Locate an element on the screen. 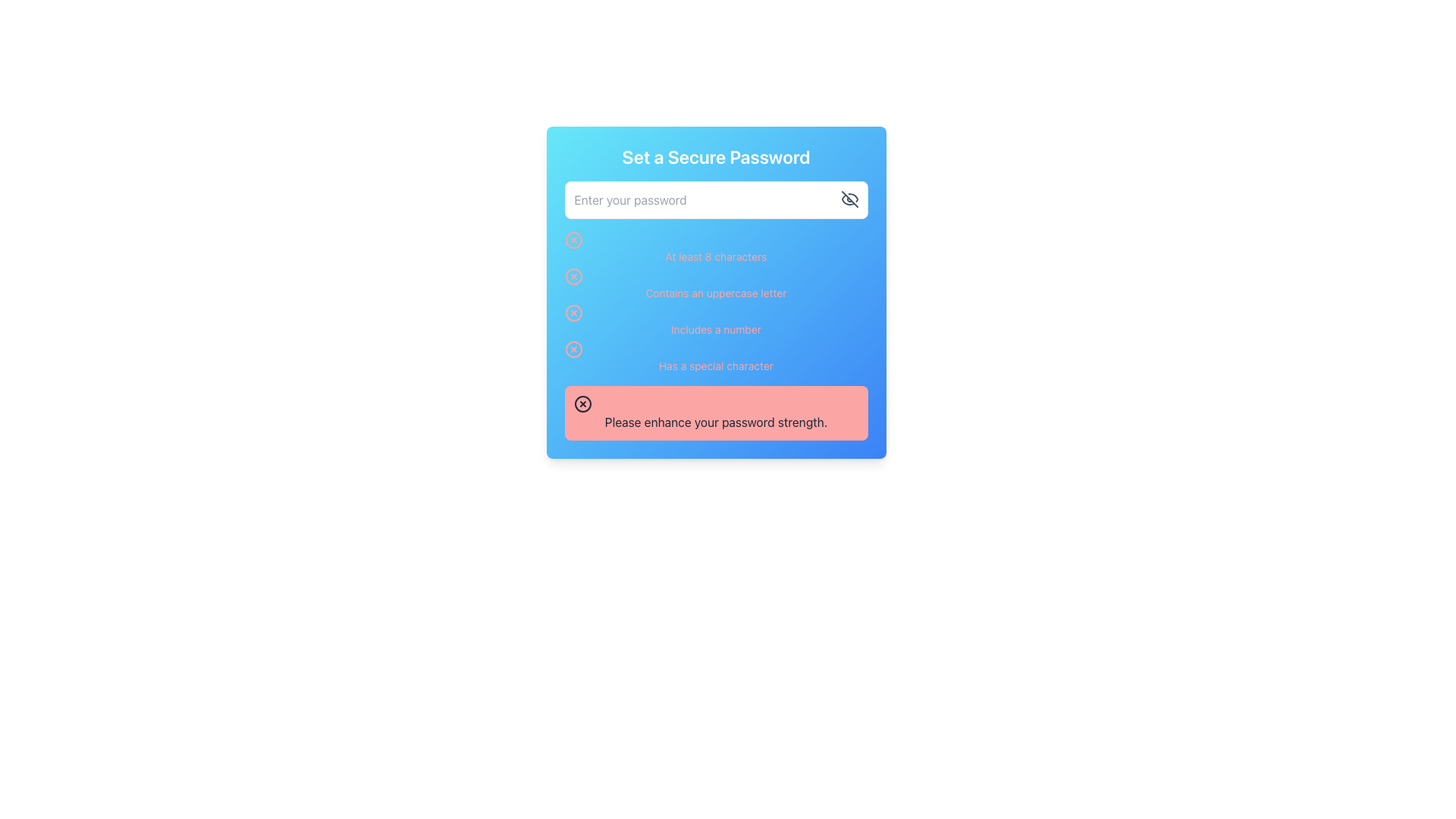 The height and width of the screenshot is (819, 1456). instruction displayed in the second password validation message, which indicates that the password must include at least one uppercase letter, as represented by the red icon indicating the requirement is currently unmet is located at coordinates (715, 284).